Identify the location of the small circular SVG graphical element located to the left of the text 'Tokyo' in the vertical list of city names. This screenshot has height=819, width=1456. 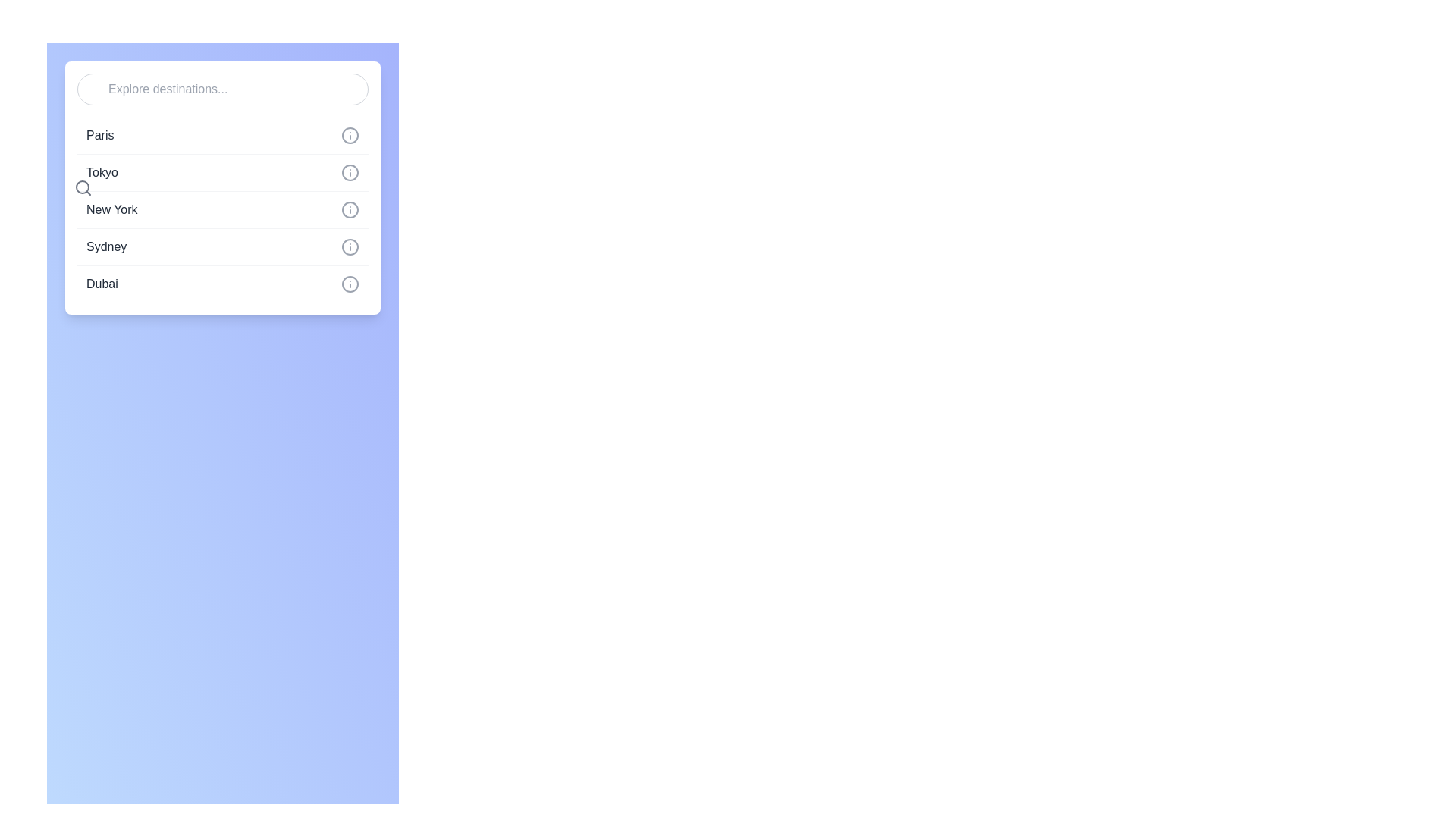
(82, 186).